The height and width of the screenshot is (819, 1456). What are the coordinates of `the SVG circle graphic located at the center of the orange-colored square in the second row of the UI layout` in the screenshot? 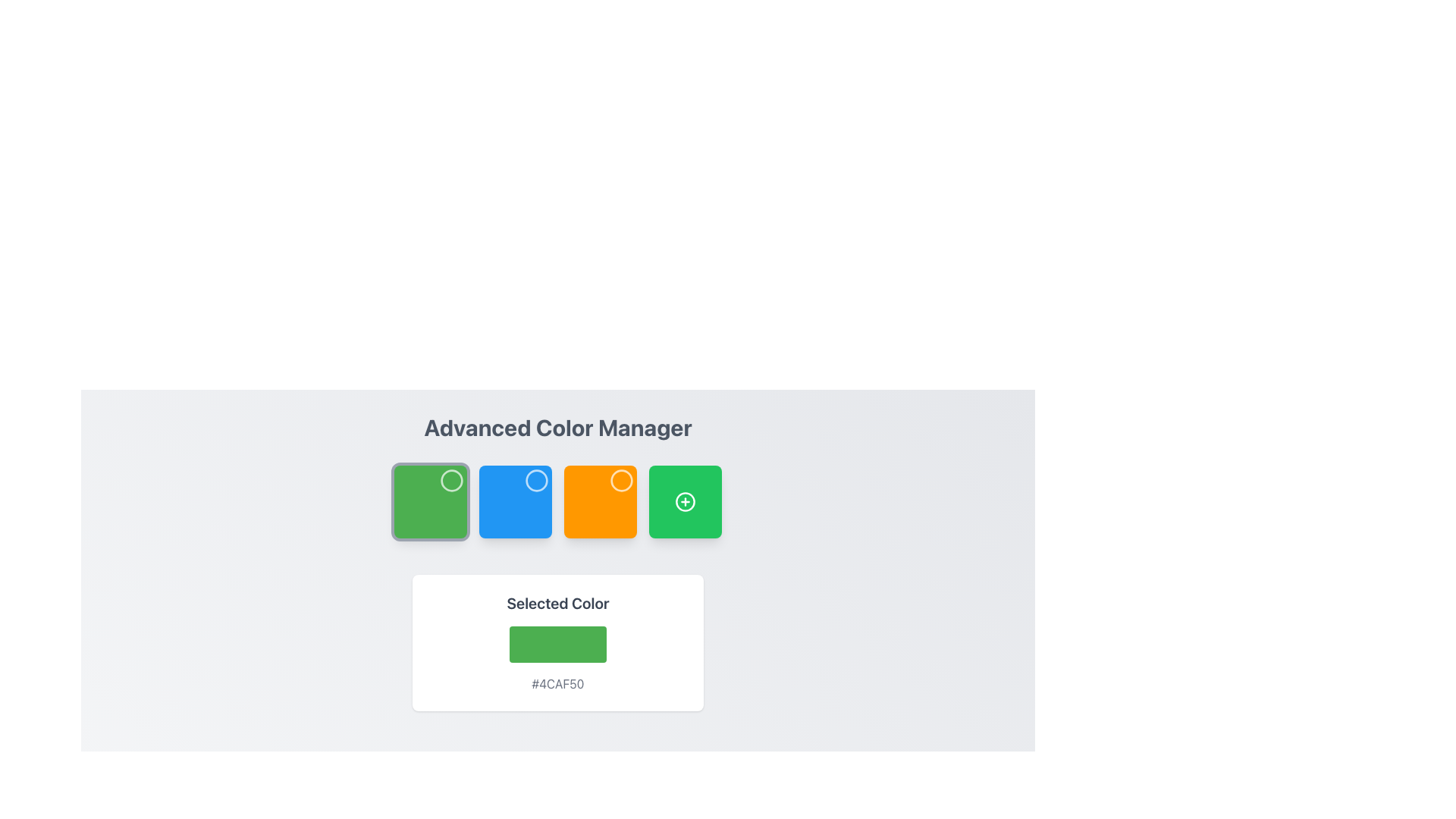 It's located at (622, 480).